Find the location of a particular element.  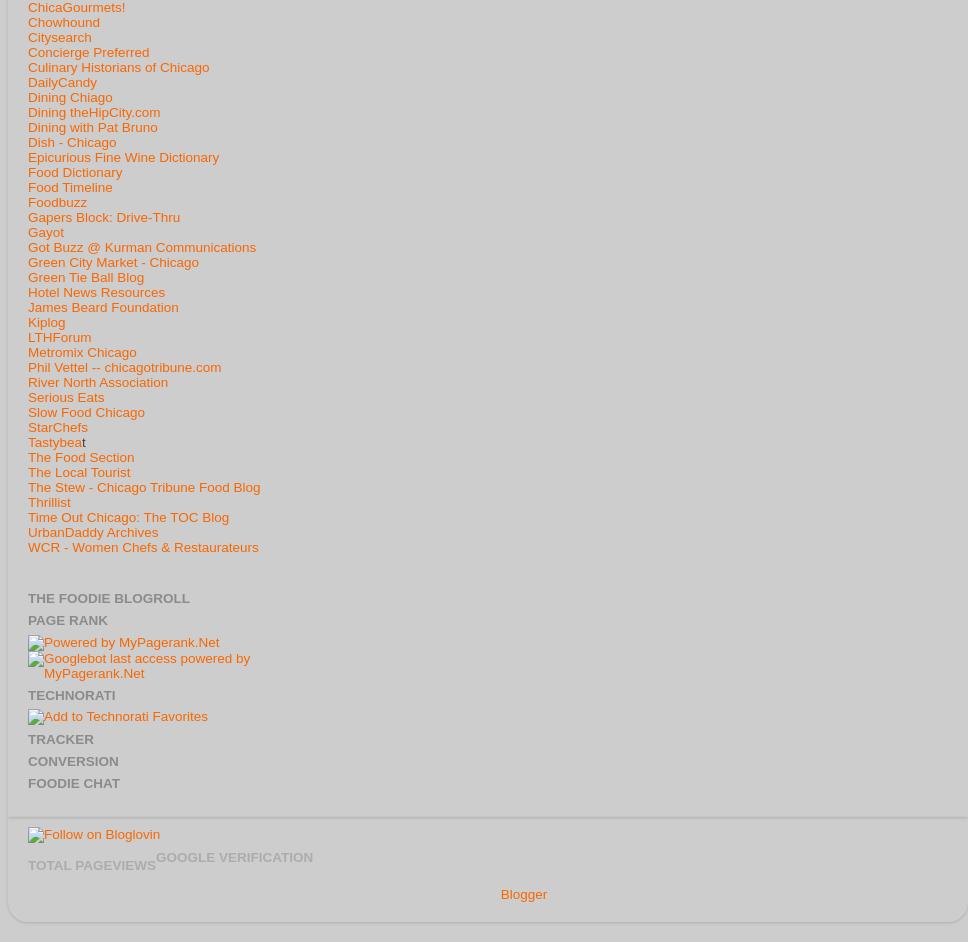

'The Stew - Chicago Tribune Food Blog' is located at coordinates (143, 486).